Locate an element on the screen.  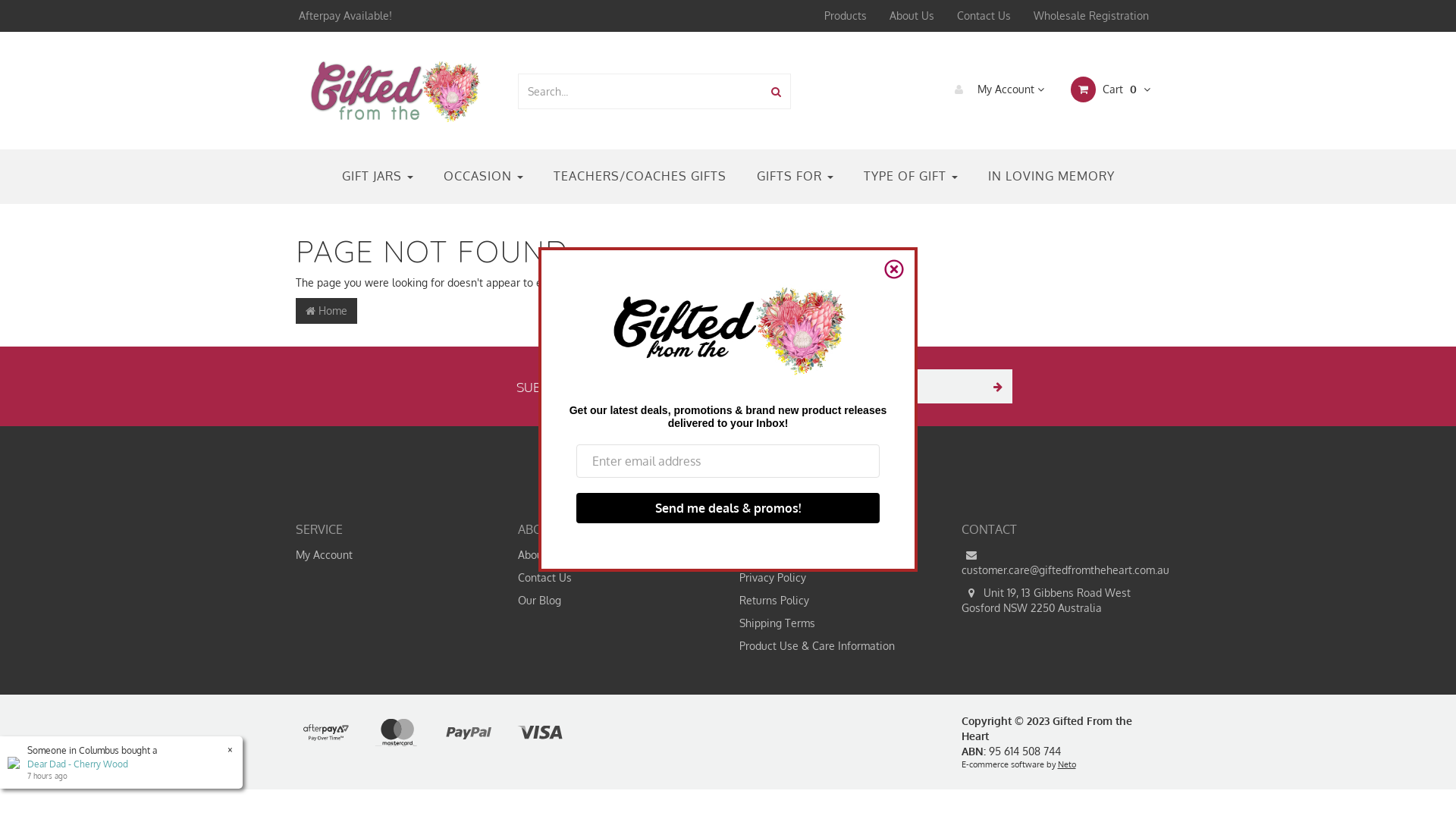
'customer.care@giftedfromtheheart.com.au' is located at coordinates (1054, 562).